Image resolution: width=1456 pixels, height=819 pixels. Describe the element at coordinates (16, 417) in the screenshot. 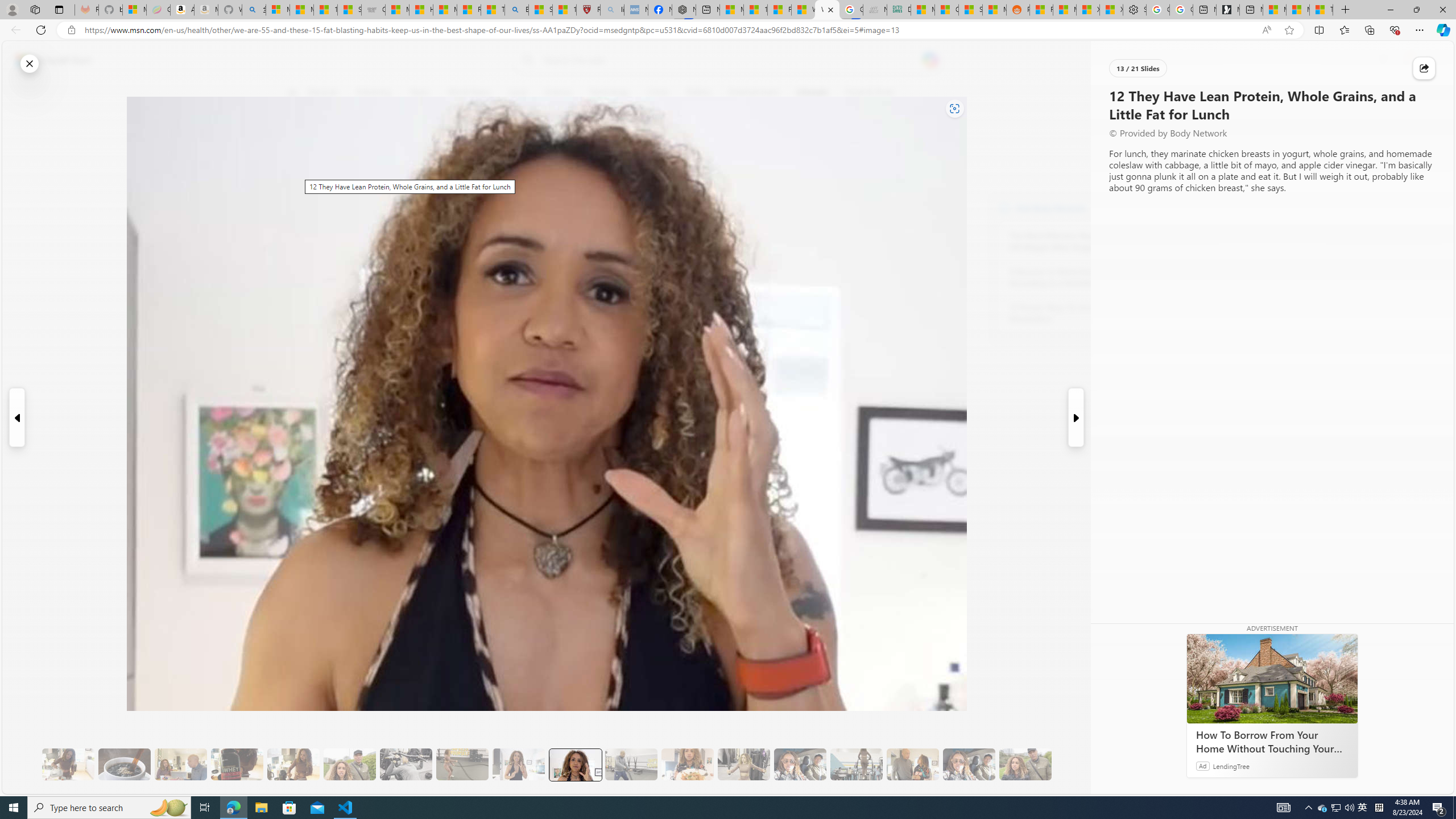

I see `'Previous Slide'` at that location.